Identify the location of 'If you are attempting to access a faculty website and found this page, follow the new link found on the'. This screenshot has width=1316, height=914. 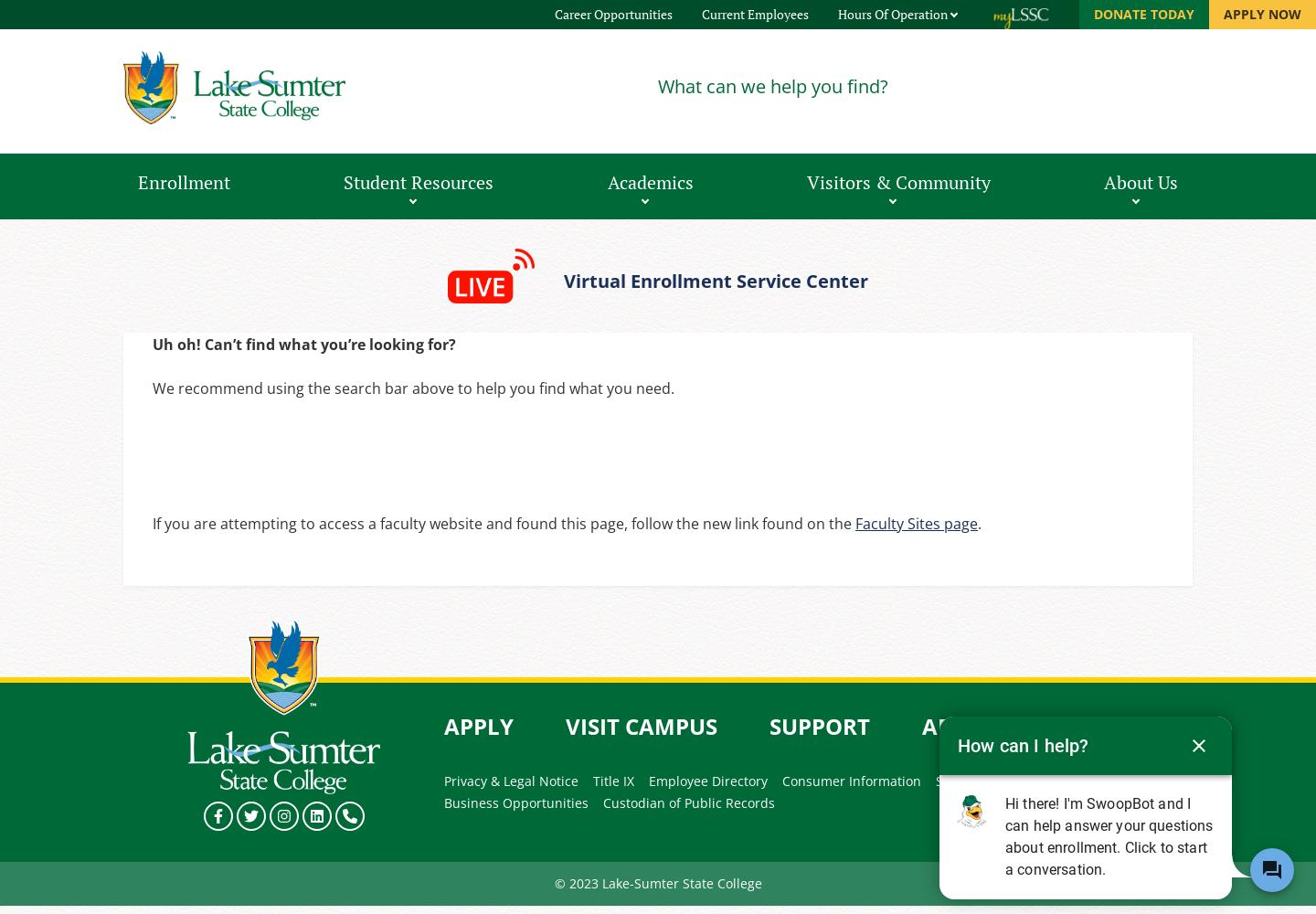
(504, 523).